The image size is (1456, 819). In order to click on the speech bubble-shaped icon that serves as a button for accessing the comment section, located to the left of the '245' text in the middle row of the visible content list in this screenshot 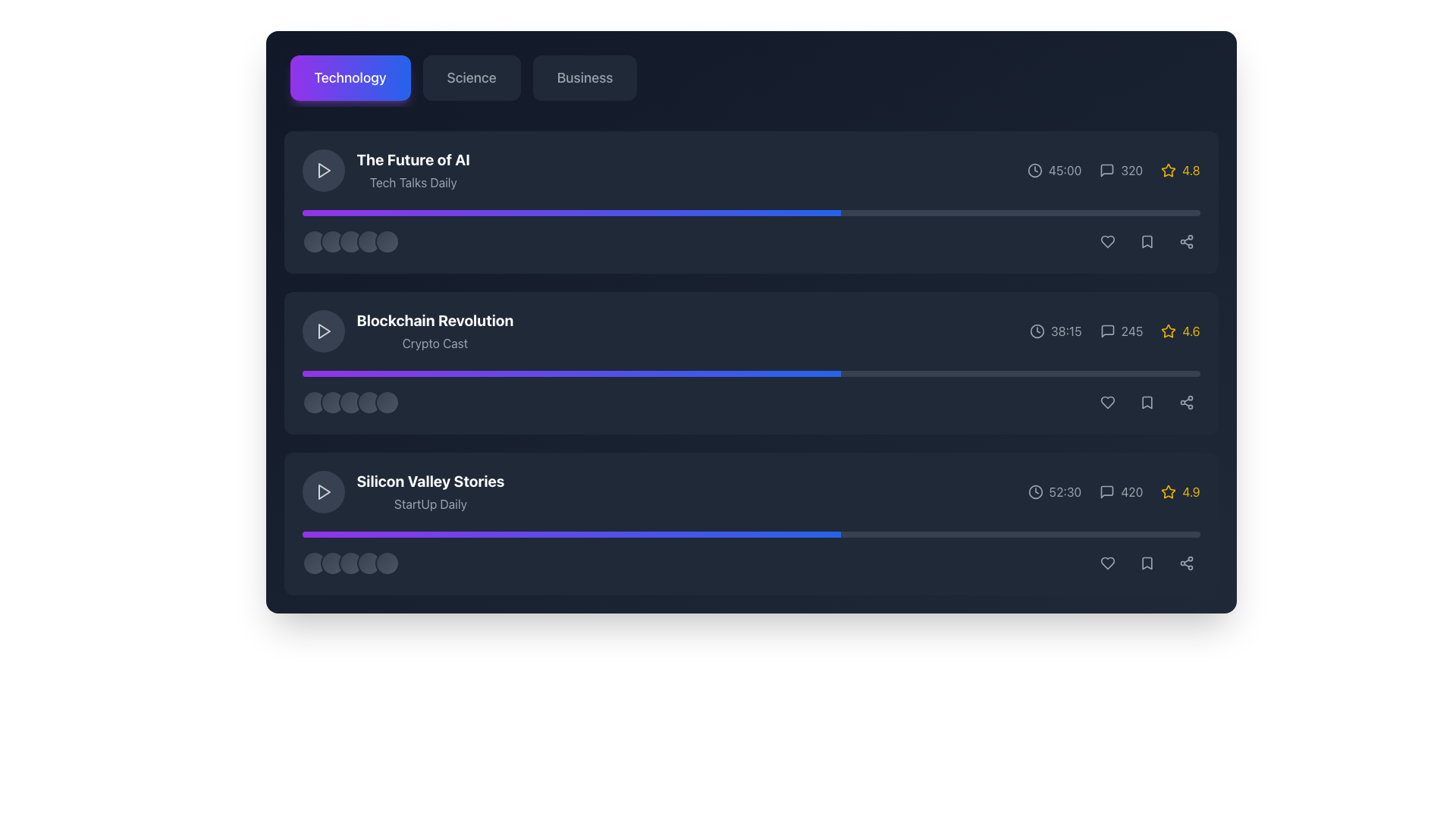, I will do `click(1107, 330)`.